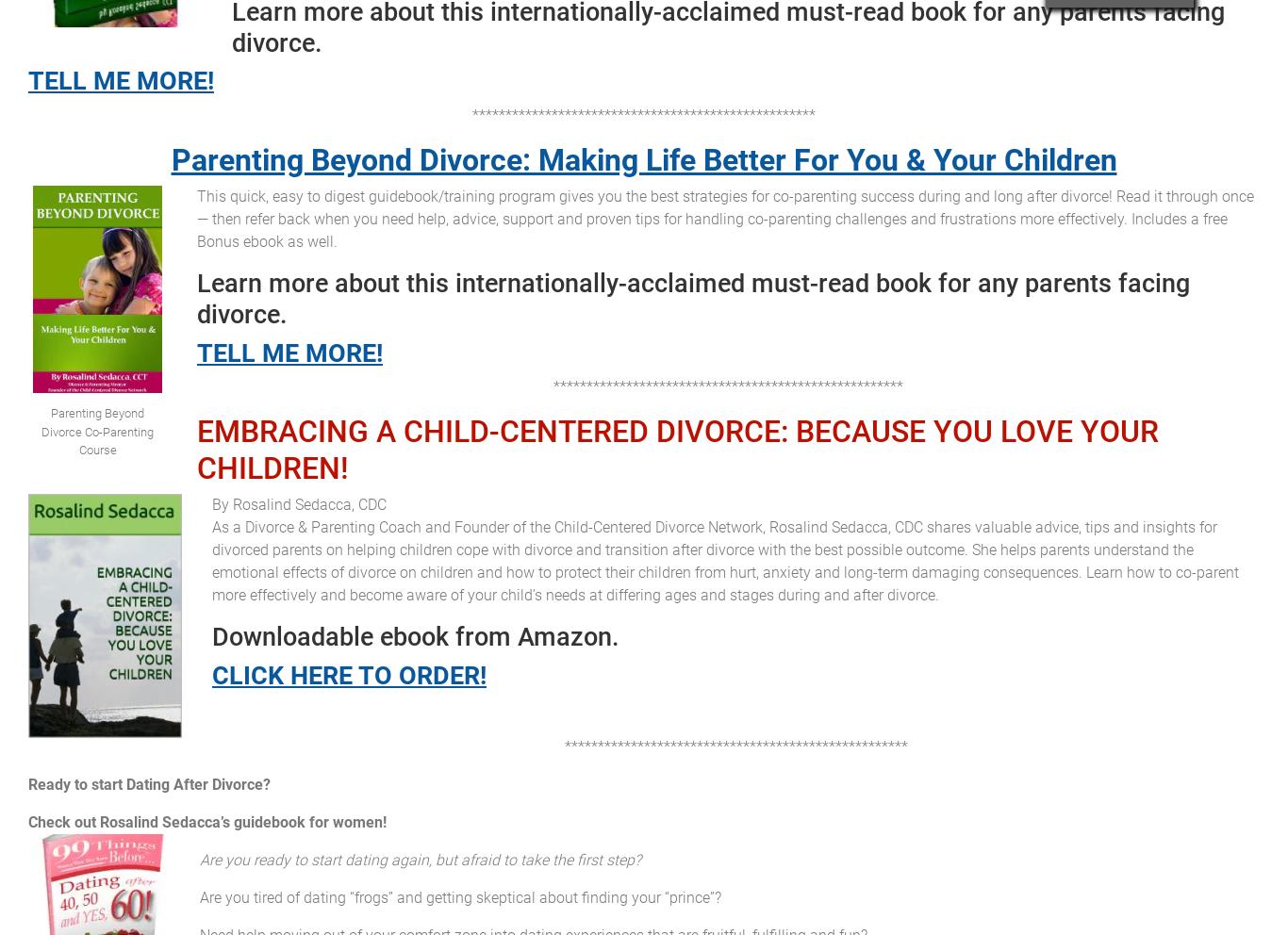  What do you see at coordinates (693, 299) in the screenshot?
I see `'Learn more about this internationally-acclaimed must-read book for any parents facing divorce.'` at bounding box center [693, 299].